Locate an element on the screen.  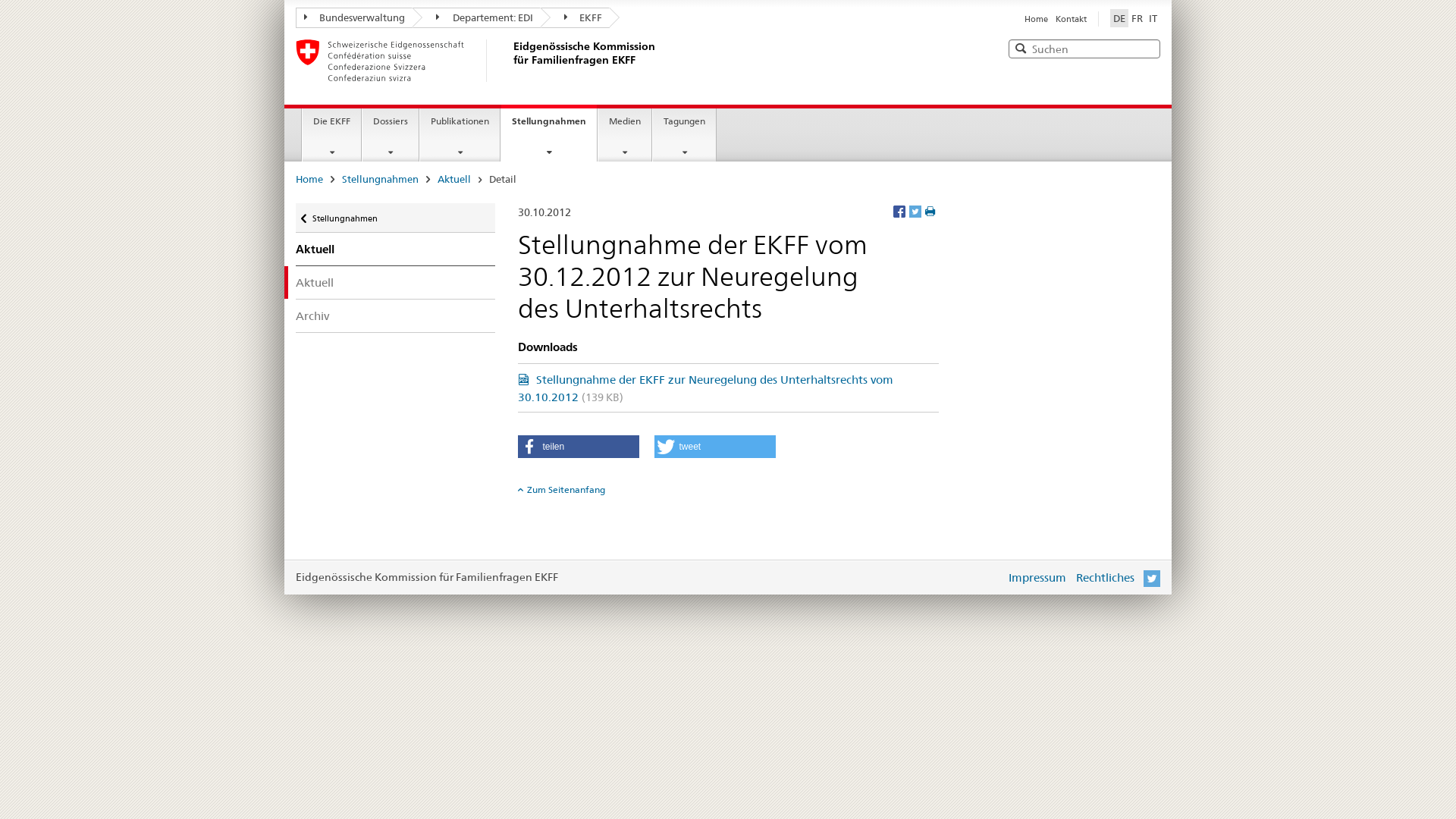
'Die EKFF' is located at coordinates (331, 133).